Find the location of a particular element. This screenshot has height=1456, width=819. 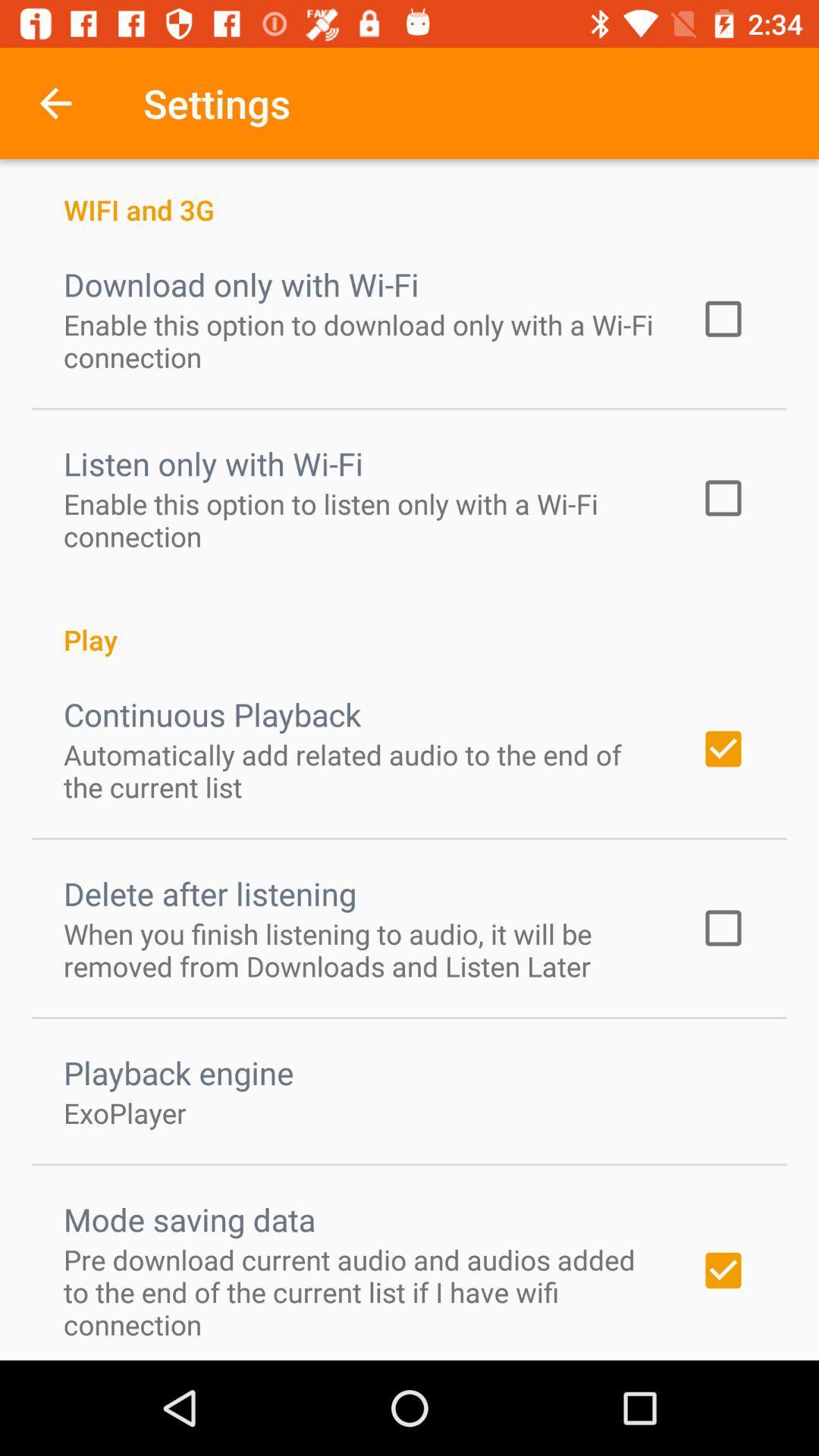

the icon below playback engine is located at coordinates (124, 1112).